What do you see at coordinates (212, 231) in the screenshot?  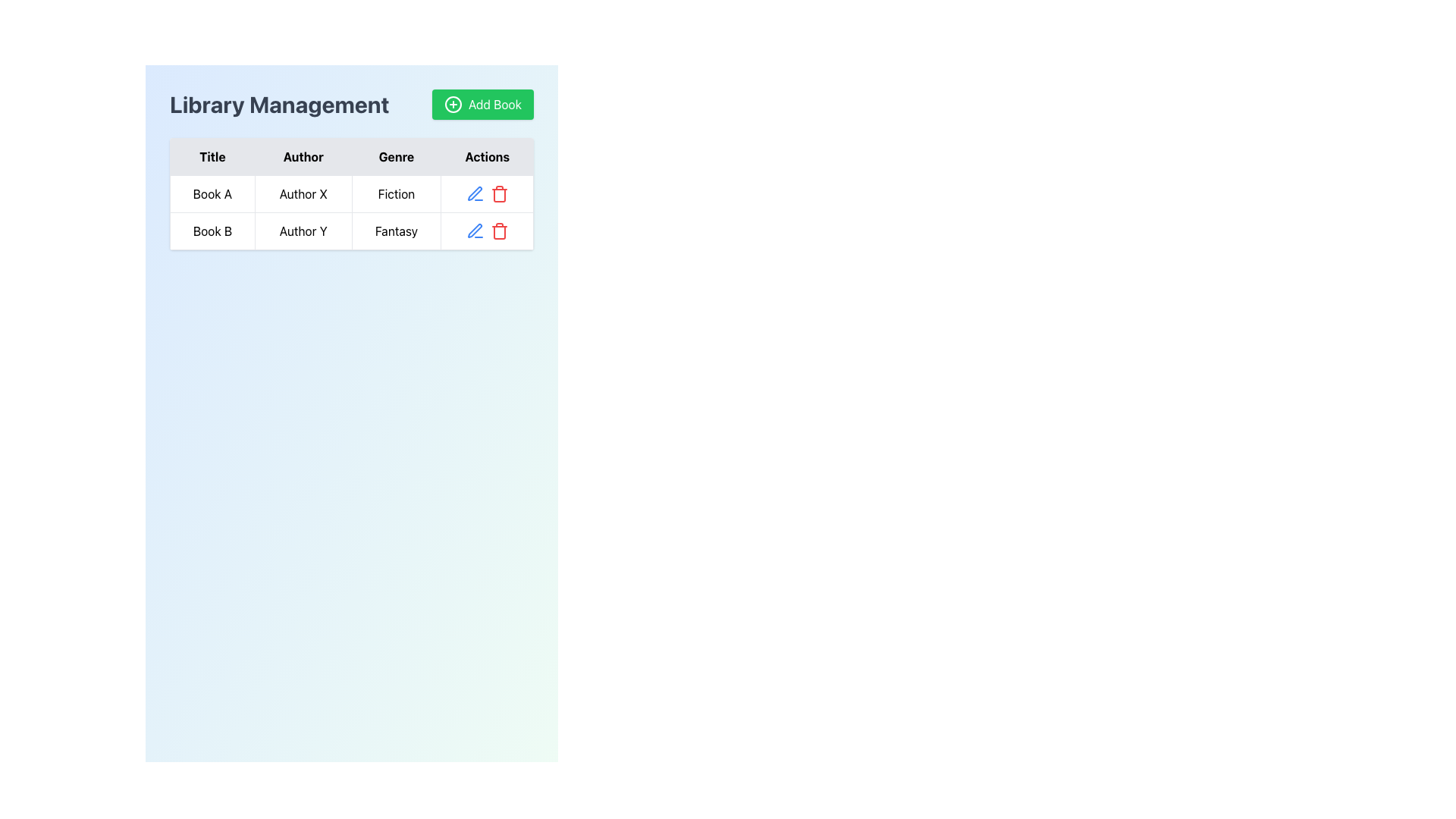 I see `the table cell displaying 'Book B' in bold, located in the second row under the 'Title' column` at bounding box center [212, 231].